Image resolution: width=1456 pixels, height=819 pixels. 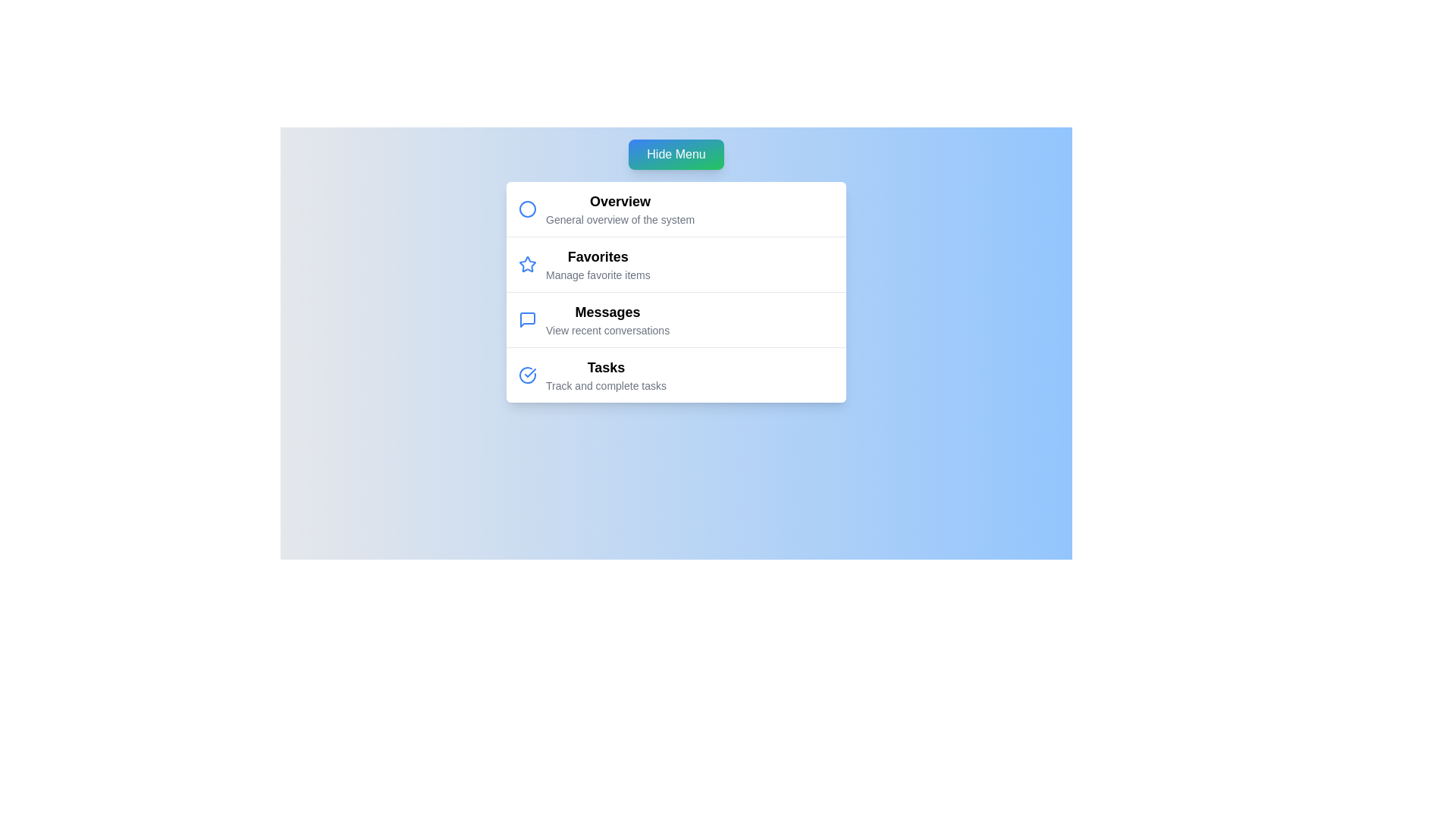 What do you see at coordinates (528, 209) in the screenshot?
I see `the menu item icon corresponding to Overview` at bounding box center [528, 209].